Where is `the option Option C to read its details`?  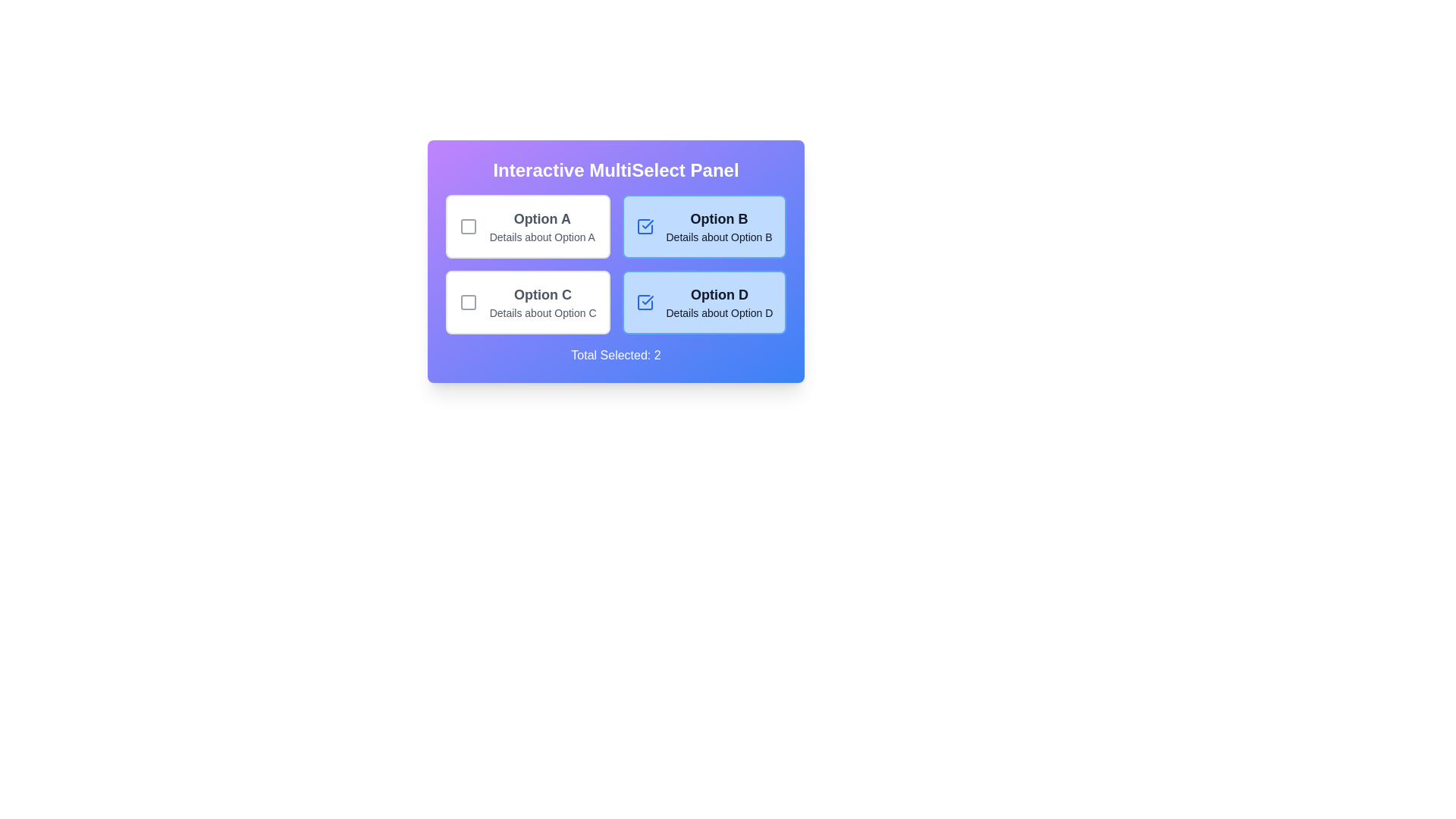
the option Option C to read its details is located at coordinates (528, 302).